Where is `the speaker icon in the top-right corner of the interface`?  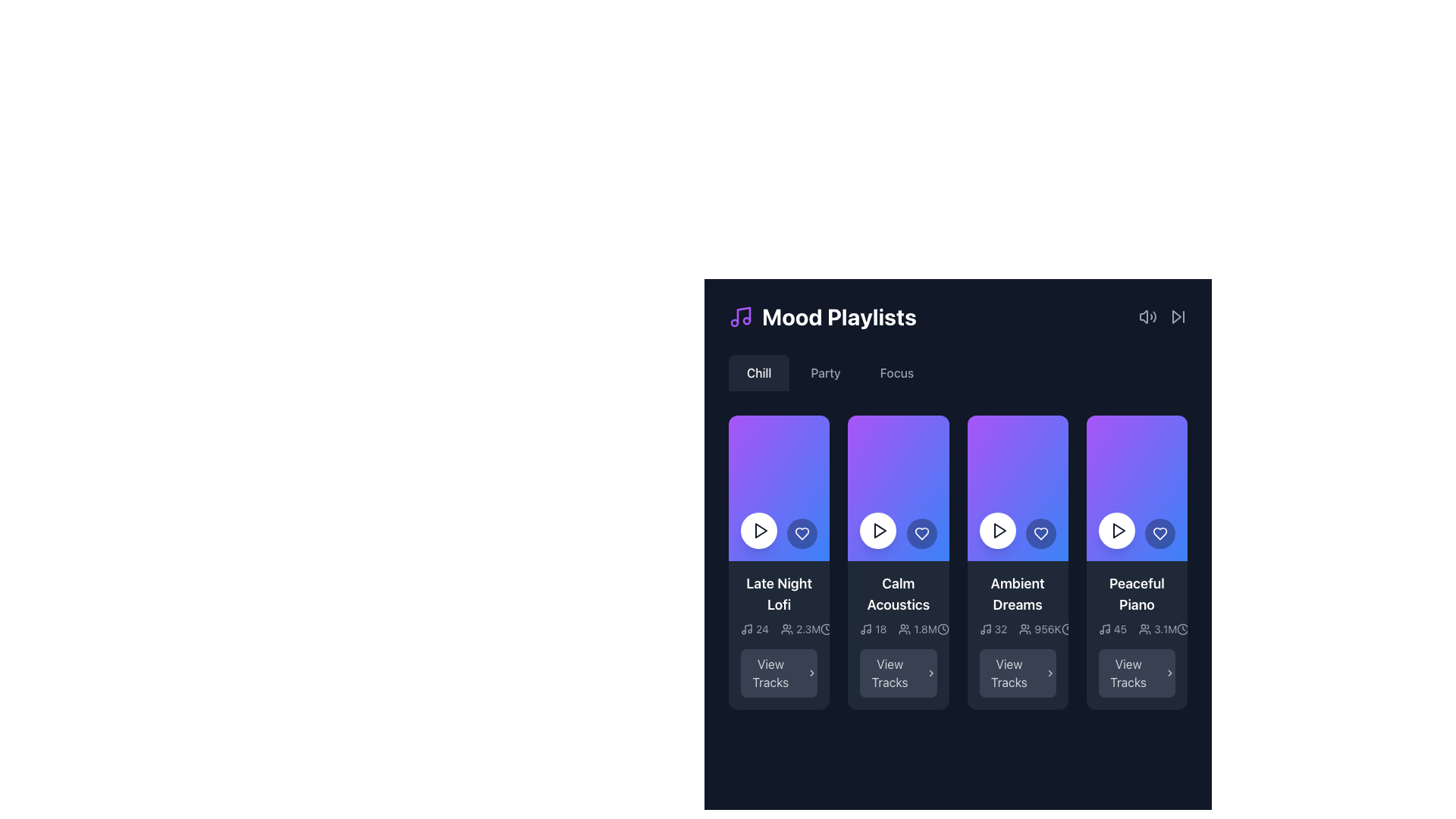
the speaker icon in the top-right corner of the interface is located at coordinates (1147, 315).